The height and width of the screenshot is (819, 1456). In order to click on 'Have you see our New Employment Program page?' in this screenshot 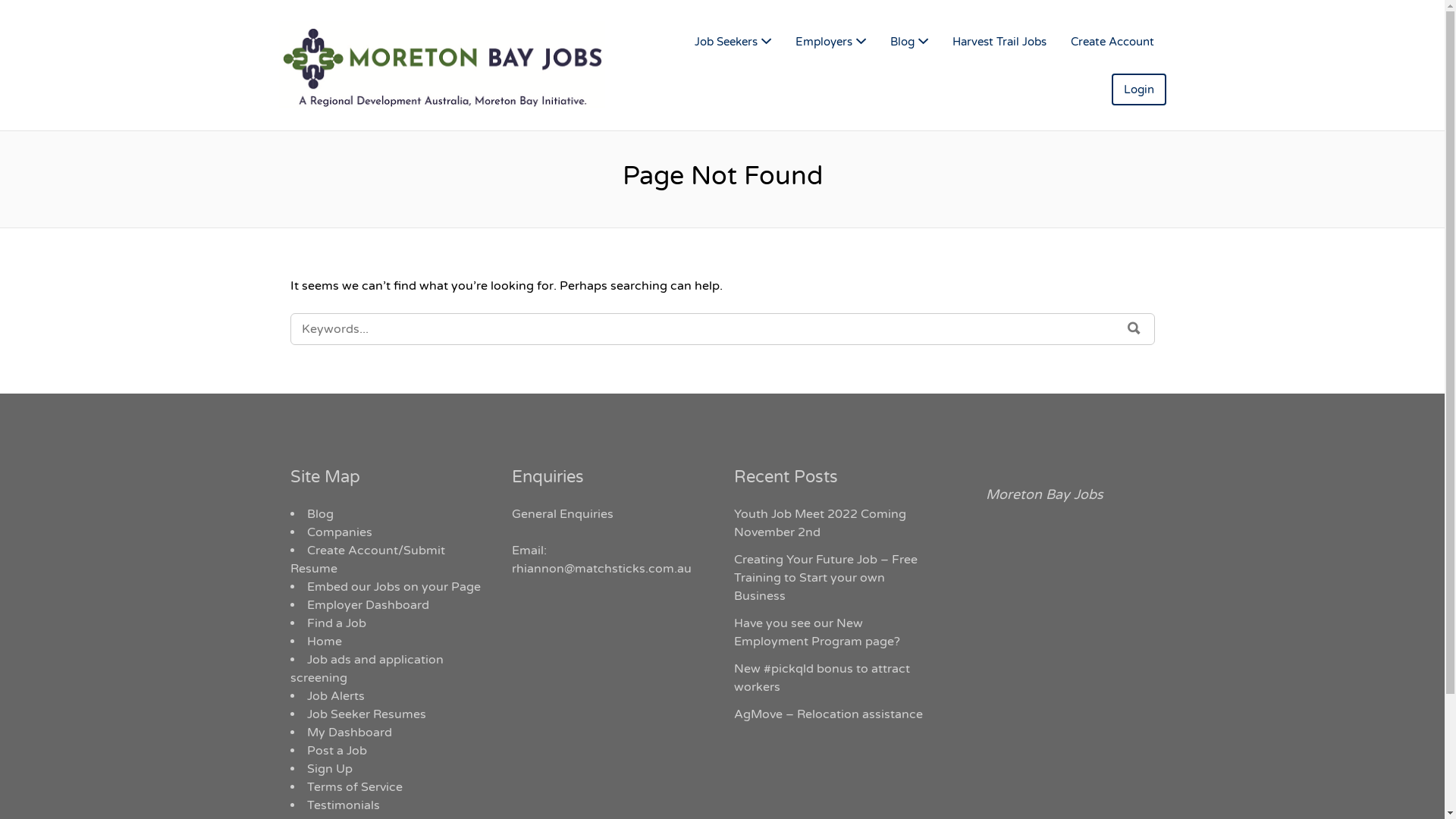, I will do `click(816, 632)`.